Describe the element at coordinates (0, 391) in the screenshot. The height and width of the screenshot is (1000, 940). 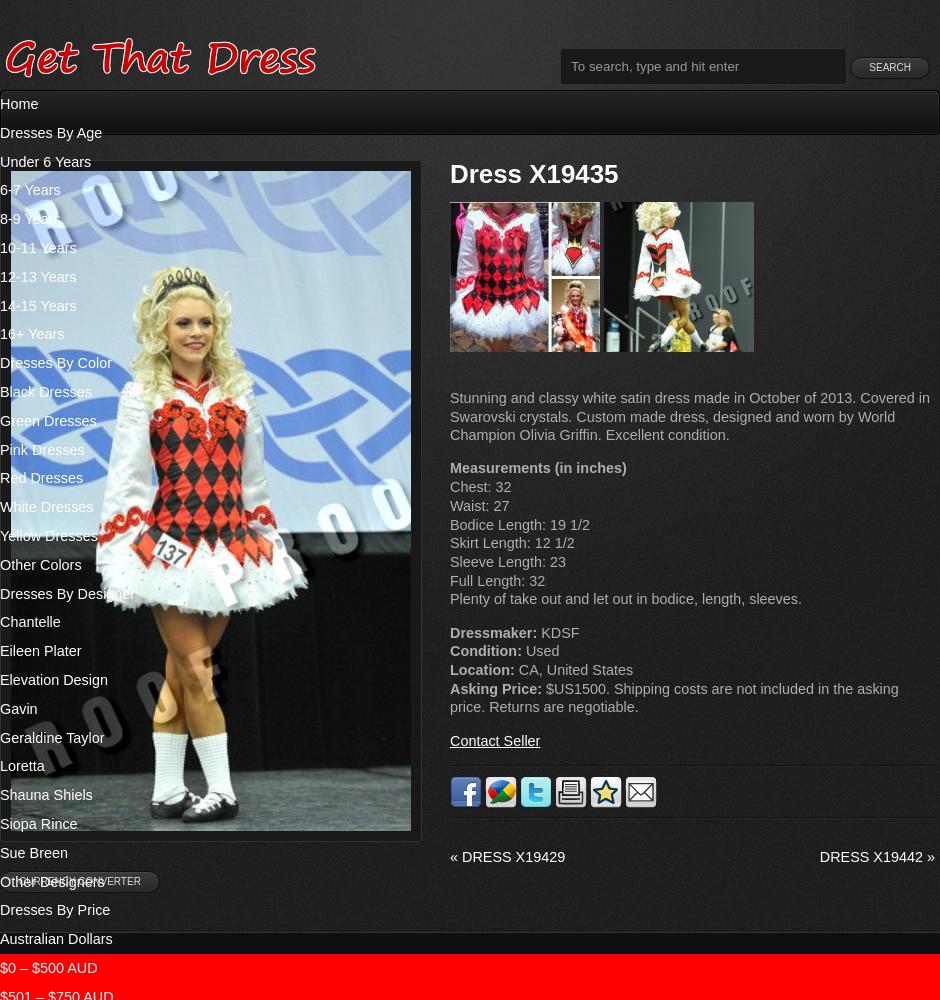
I see `'Black Dresses'` at that location.